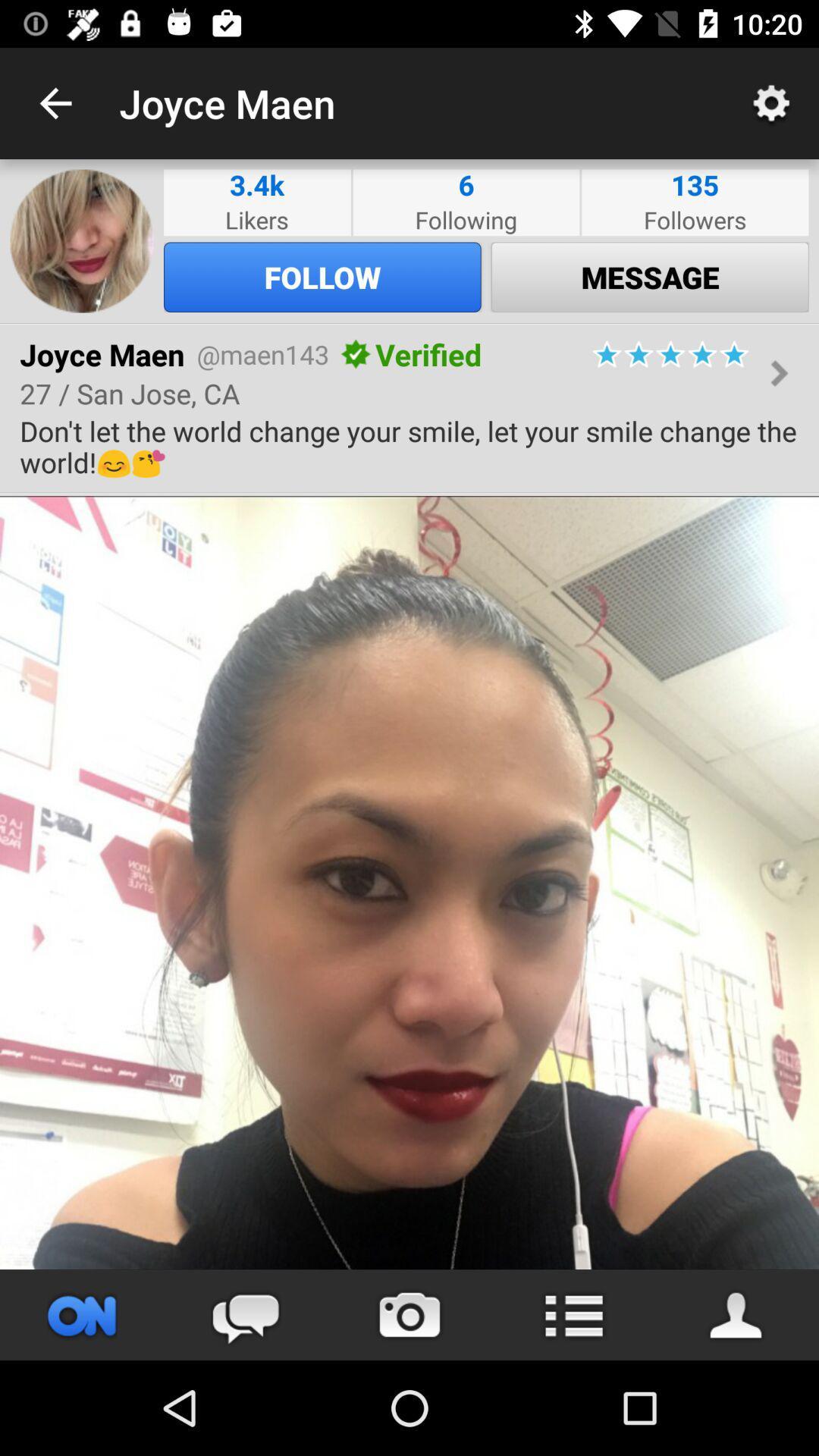  I want to click on profile details, so click(736, 1314).